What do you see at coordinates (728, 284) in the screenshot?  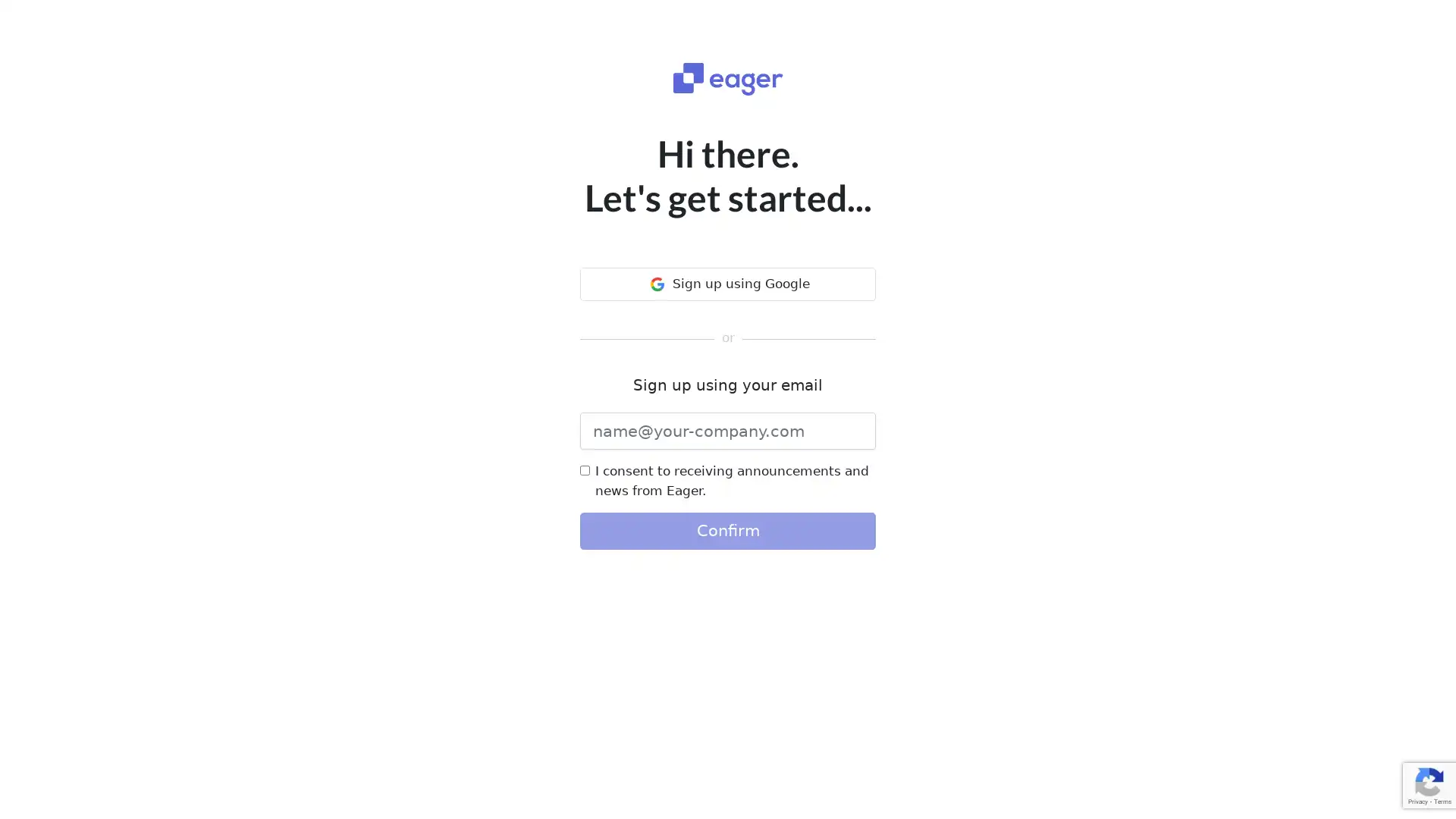 I see `Sign in with Google Sign up using Google` at bounding box center [728, 284].